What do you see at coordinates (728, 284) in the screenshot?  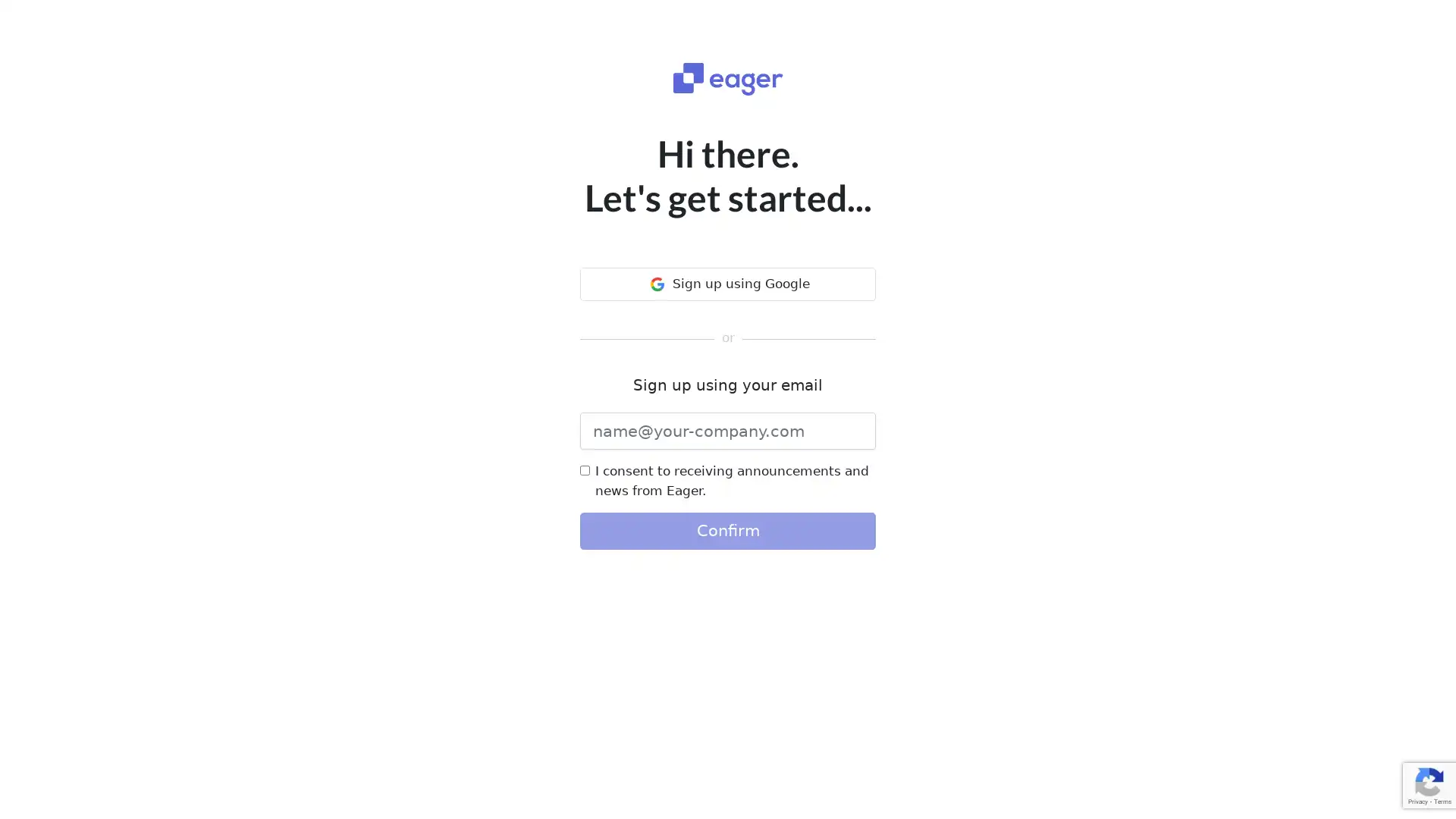 I see `Sign in with Google Sign up using Google` at bounding box center [728, 284].